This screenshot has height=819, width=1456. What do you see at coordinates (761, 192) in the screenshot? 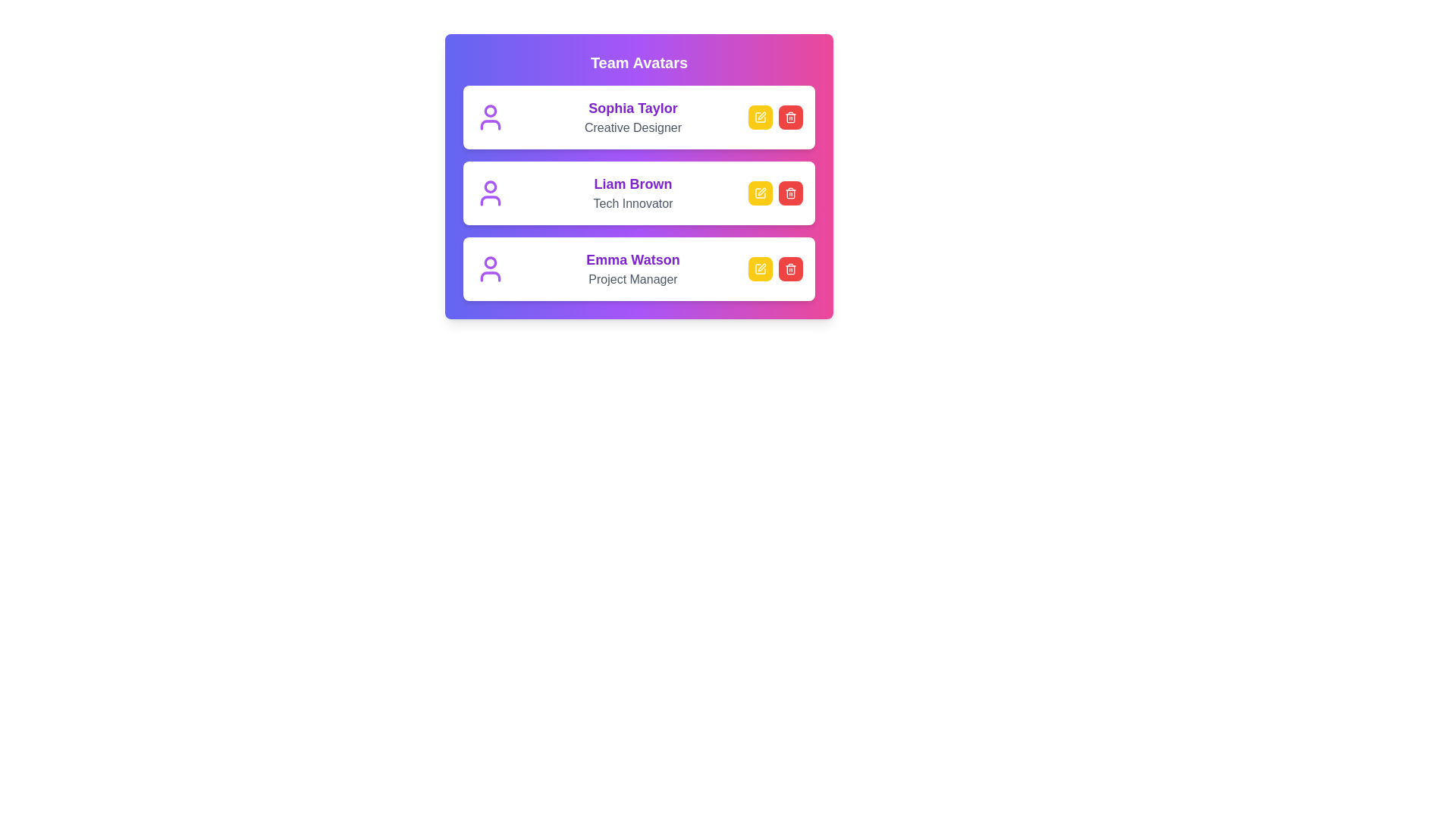
I see `the editing button located to the right of 'Liam Brown, Tech Innovator' in the second row of the list` at bounding box center [761, 192].